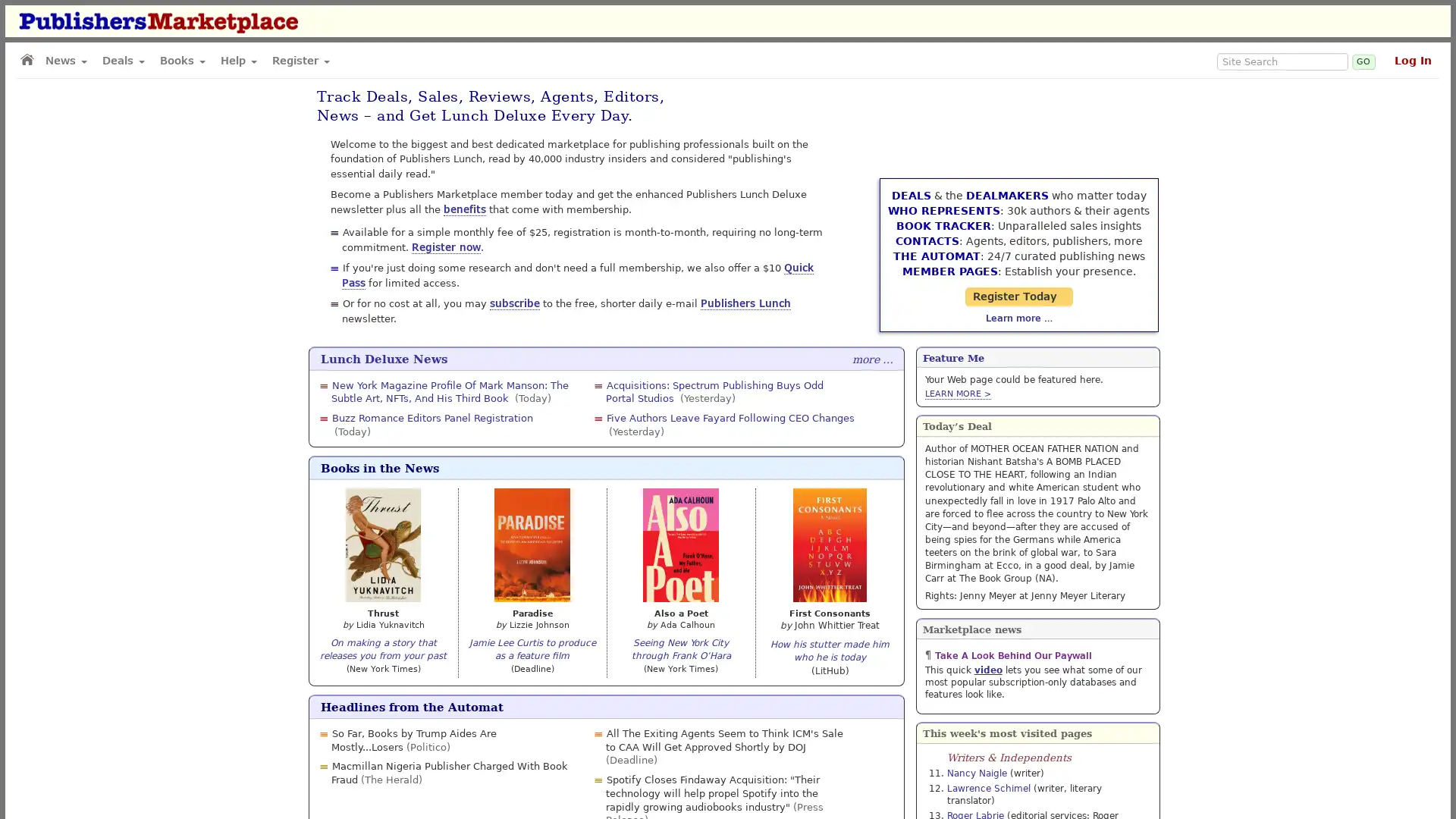 This screenshot has width=1456, height=819. What do you see at coordinates (1363, 61) in the screenshot?
I see `GO` at bounding box center [1363, 61].